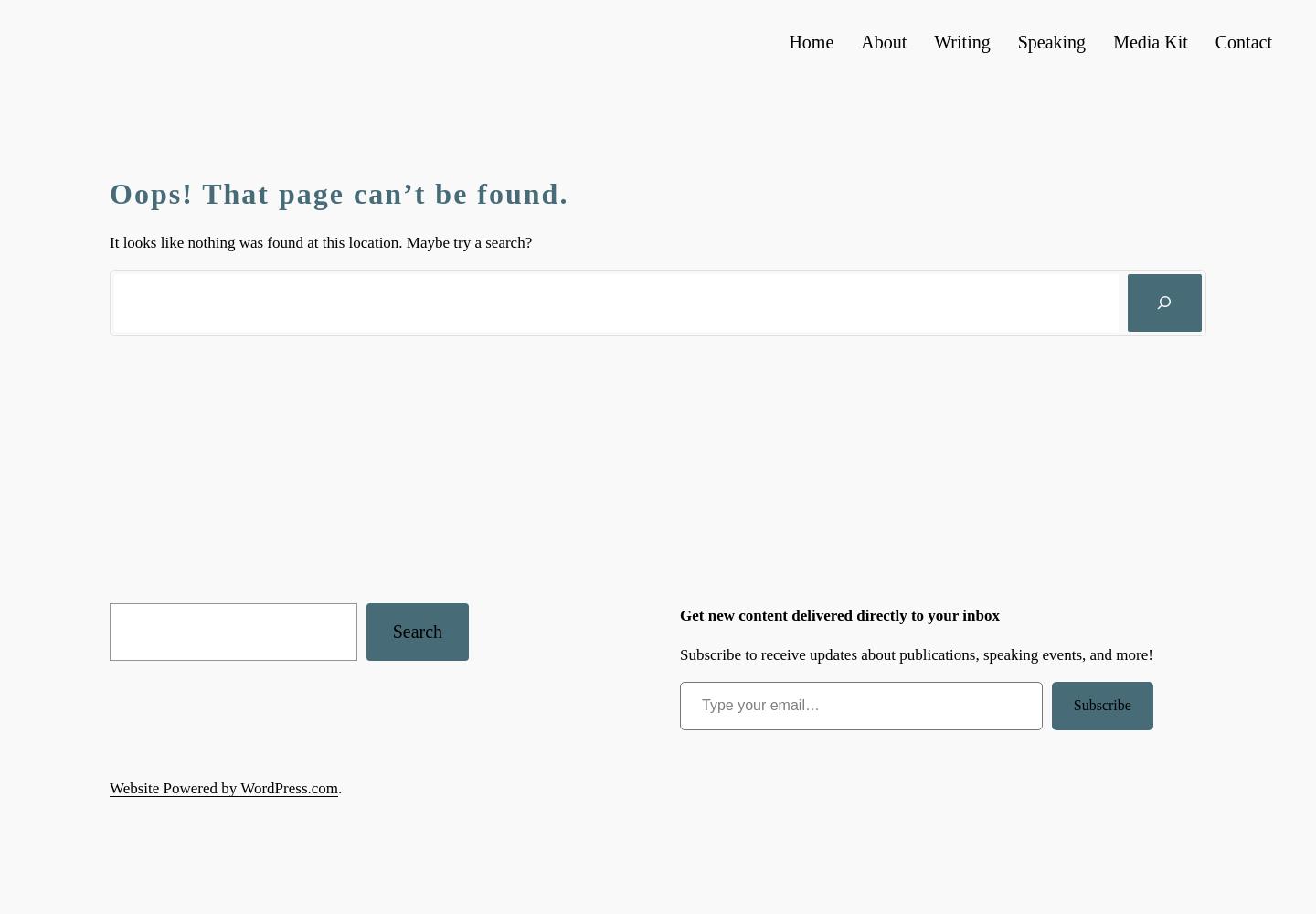 This screenshot has height=914, width=1316. What do you see at coordinates (1100, 705) in the screenshot?
I see `'Subscribe'` at bounding box center [1100, 705].